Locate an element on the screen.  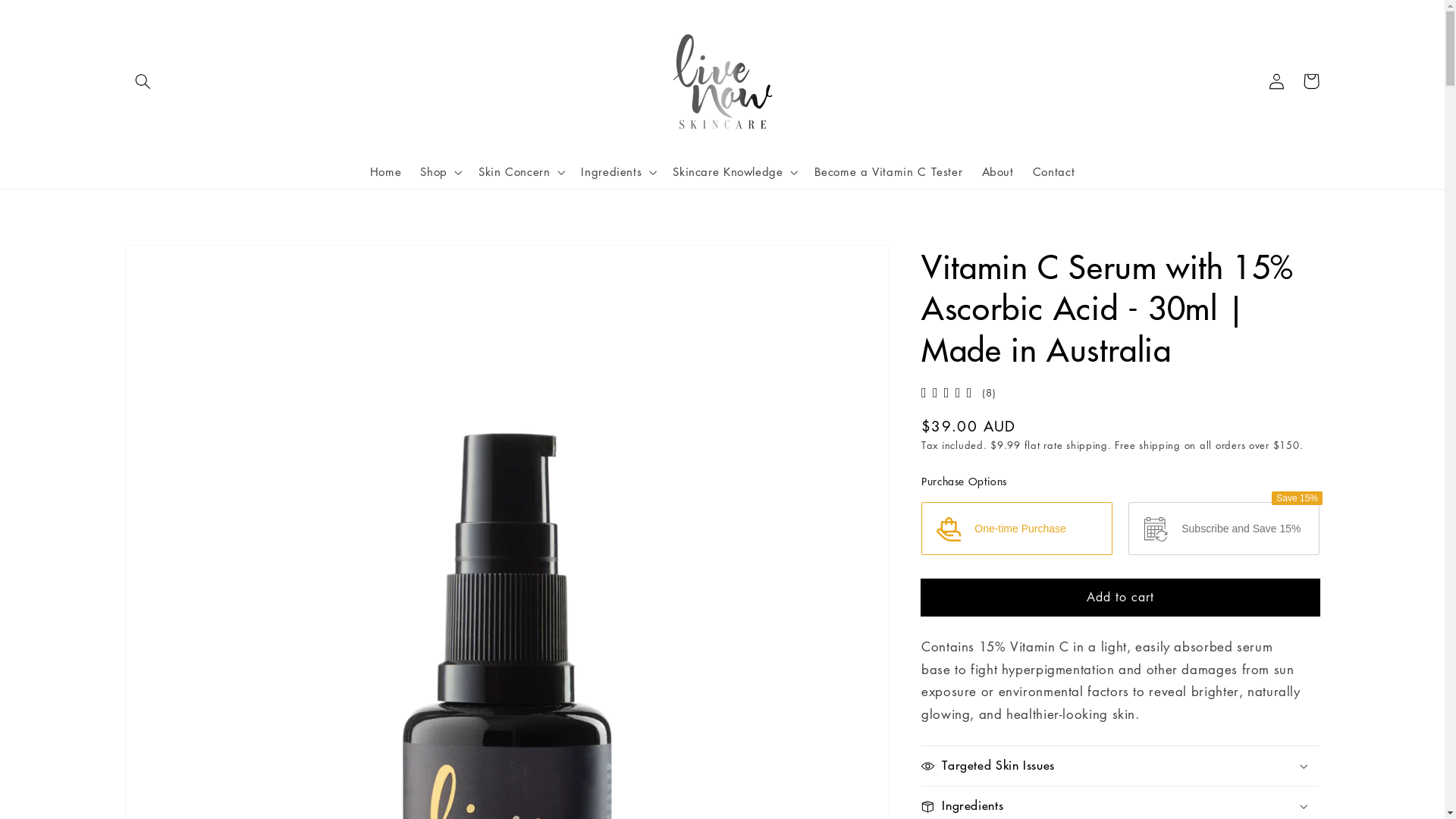
'Add to cart' is located at coordinates (1120, 597).